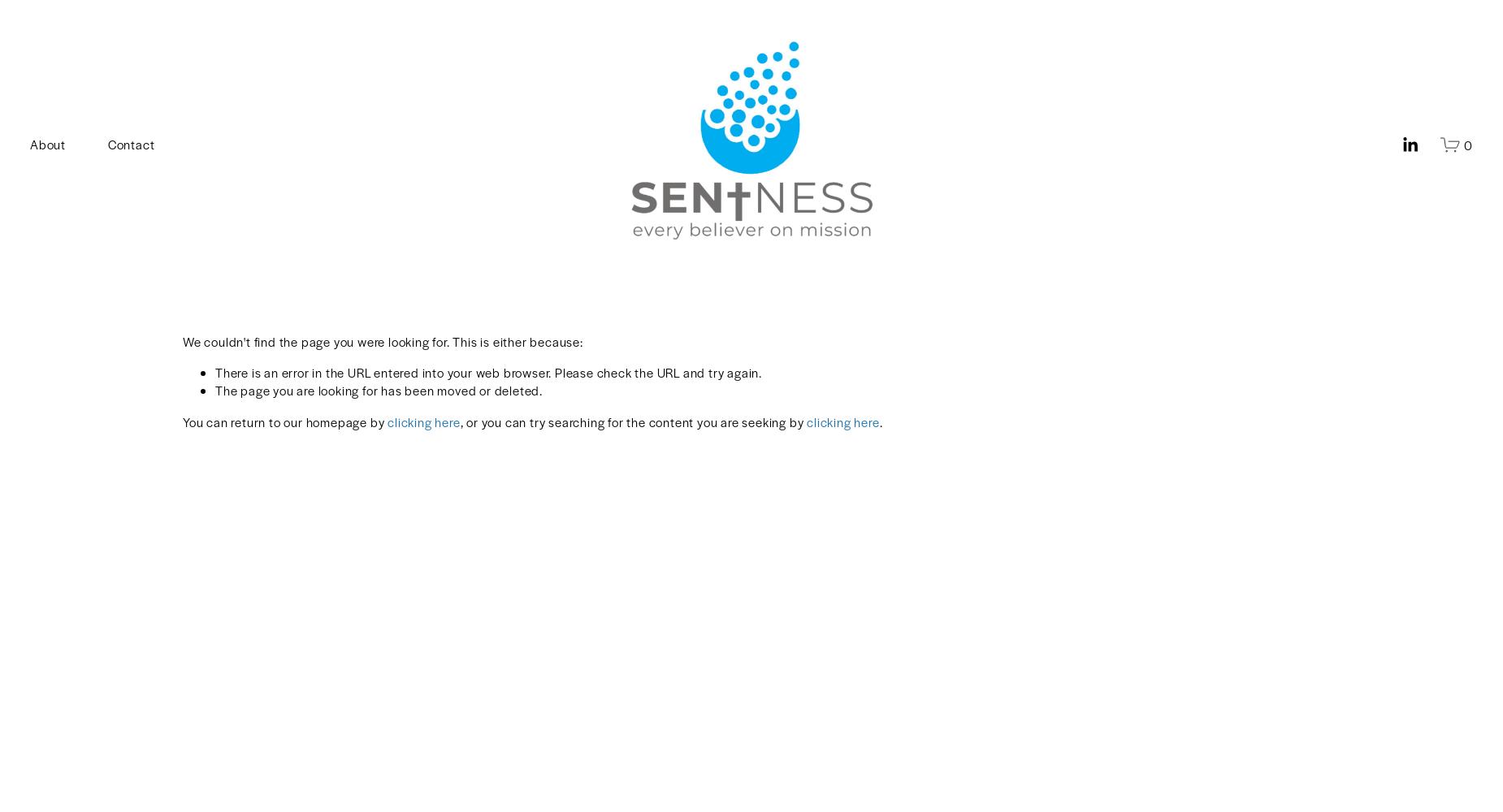 This screenshot has height=812, width=1503. Describe the element at coordinates (383, 340) in the screenshot. I see `'We couldn't find the page you were looking for. This is either because:'` at that location.